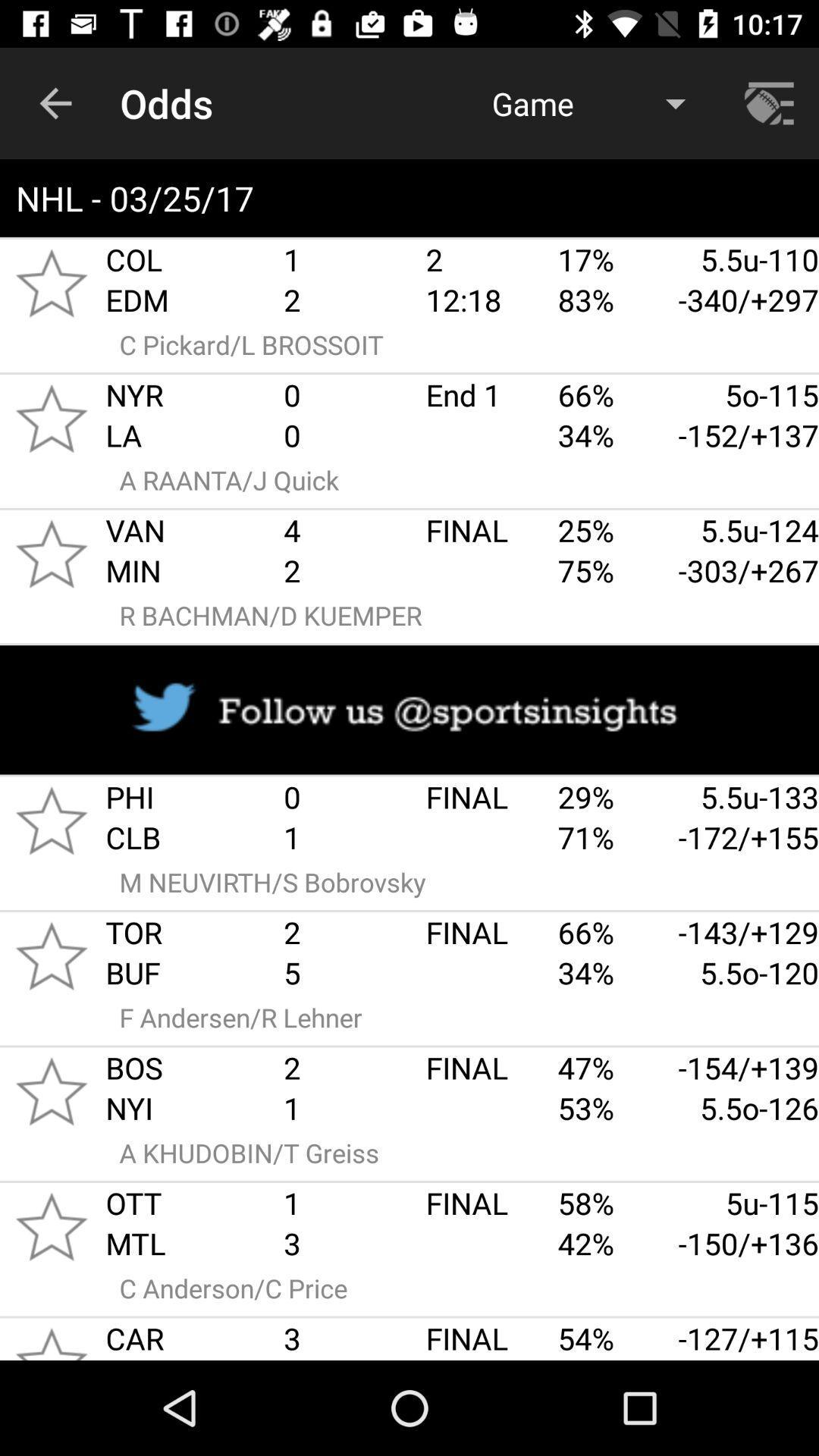 The image size is (819, 1456). What do you see at coordinates (51, 419) in the screenshot?
I see `favorite` at bounding box center [51, 419].